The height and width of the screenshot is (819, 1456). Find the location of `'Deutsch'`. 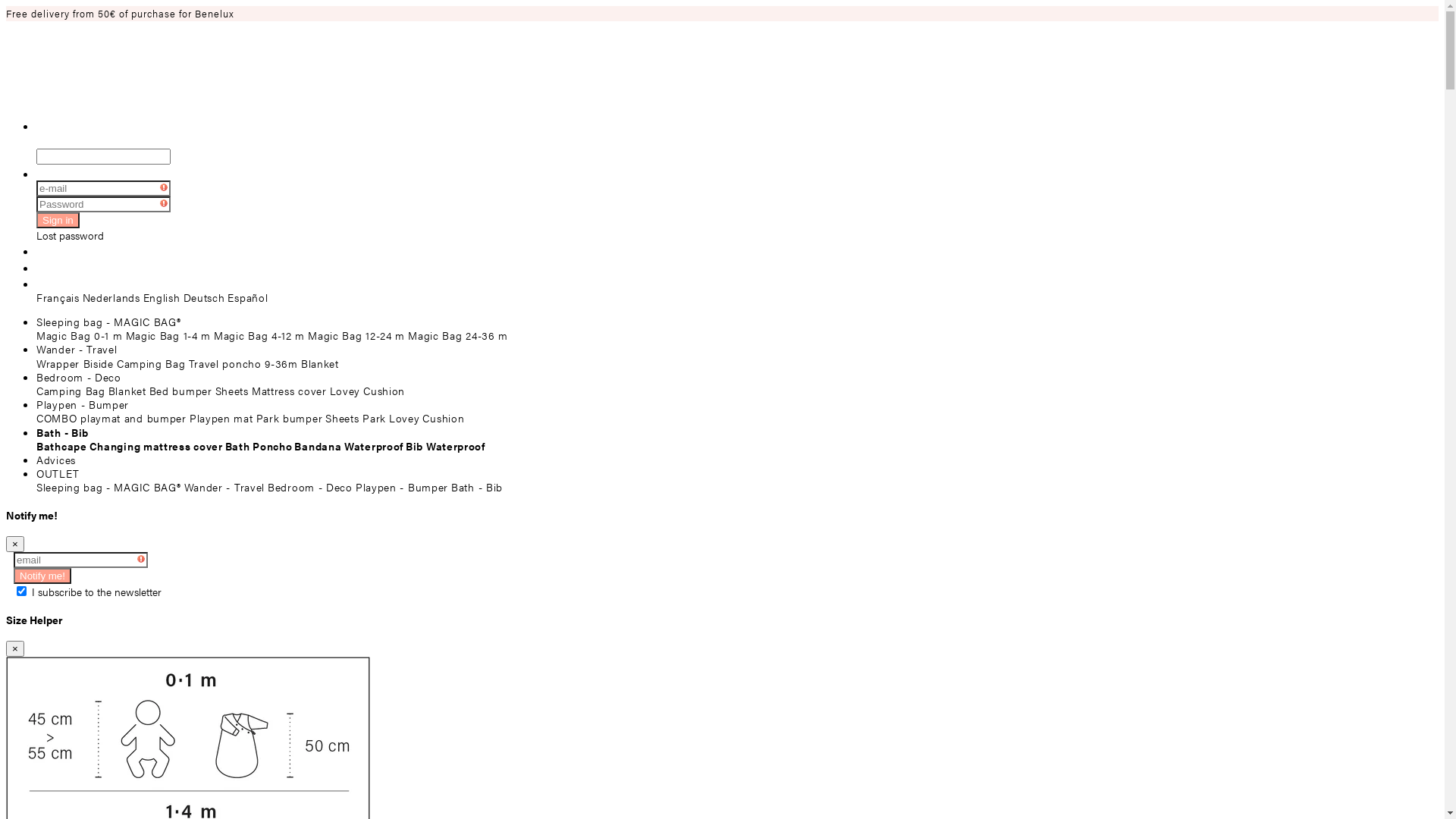

'Deutsch' is located at coordinates (203, 297).